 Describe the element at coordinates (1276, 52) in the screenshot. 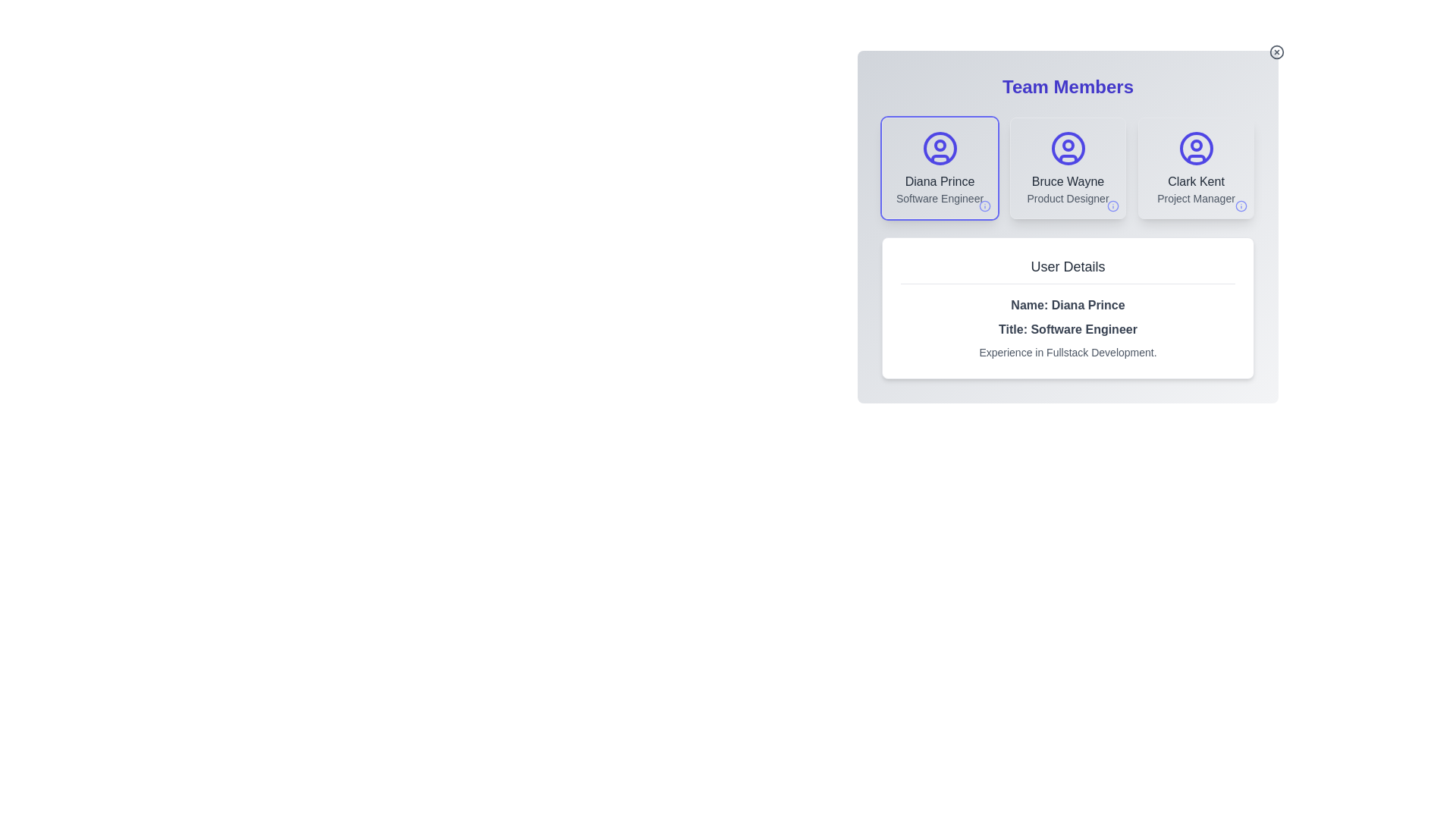

I see `the Circle graphic at the top-right corner of the main content box, which is part of a circle-X graphic for closing or canceling actions` at that location.